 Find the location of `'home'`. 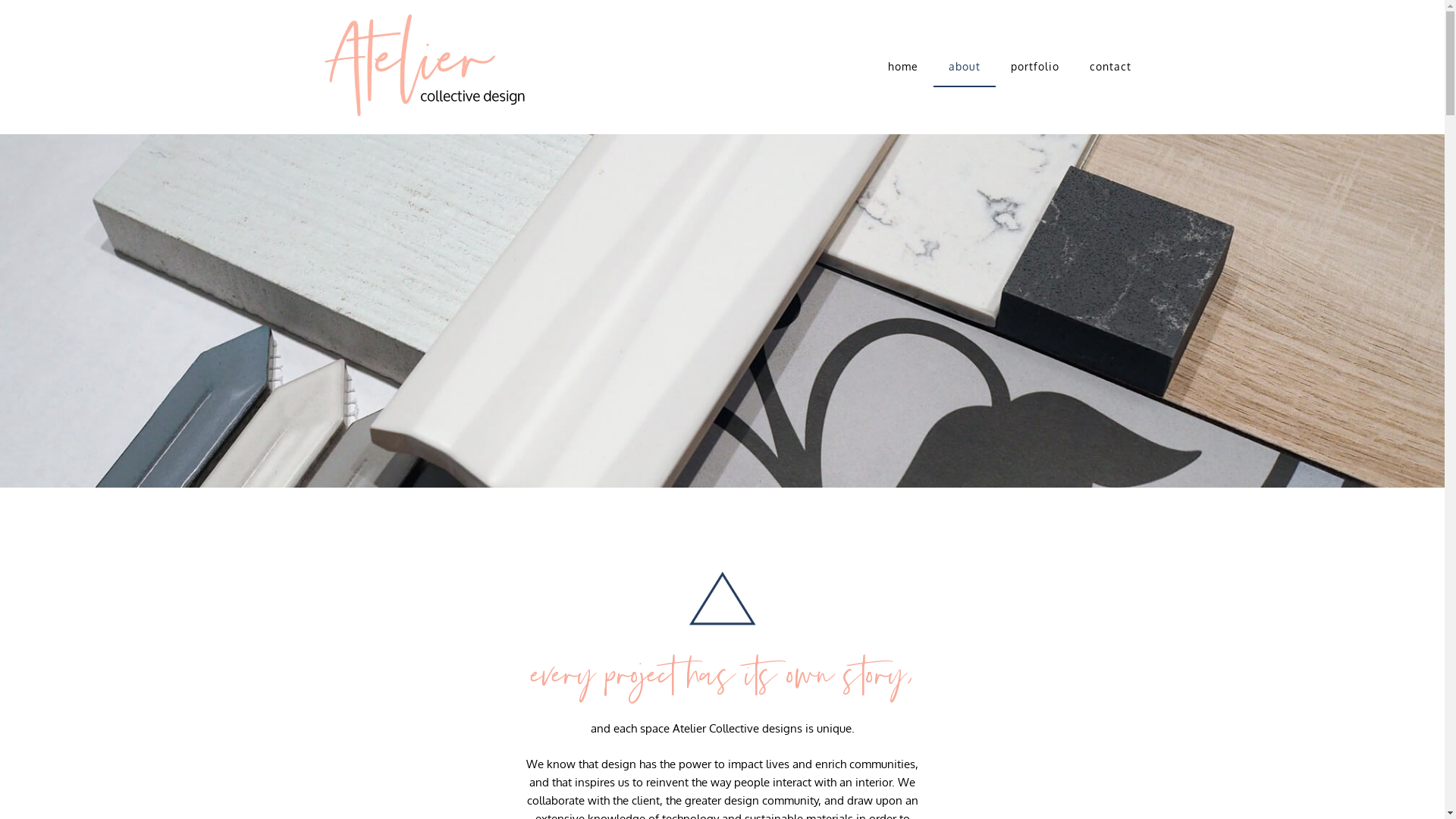

'home' is located at coordinates (902, 66).